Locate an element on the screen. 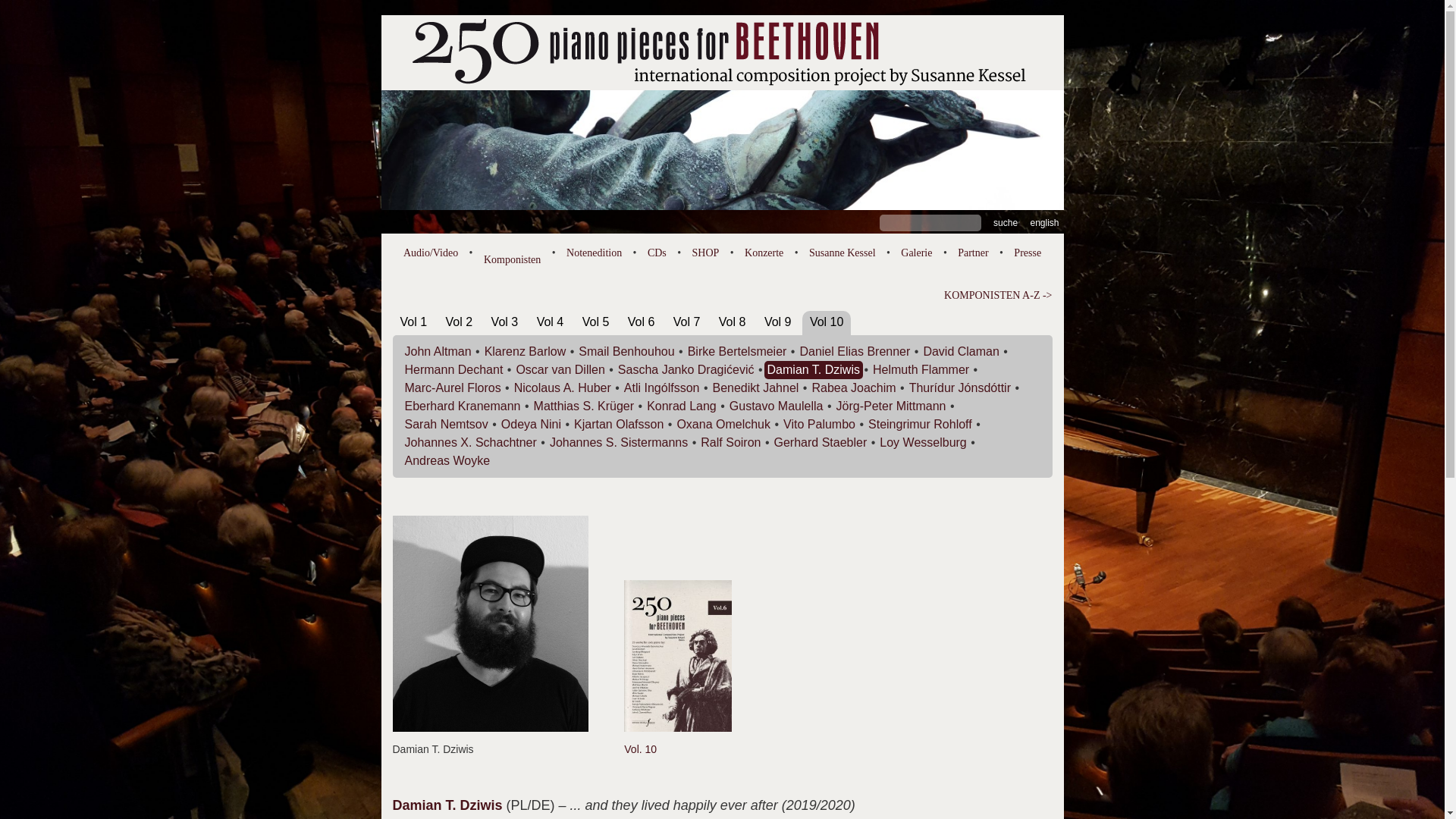  'Galerie' is located at coordinates (901, 252).